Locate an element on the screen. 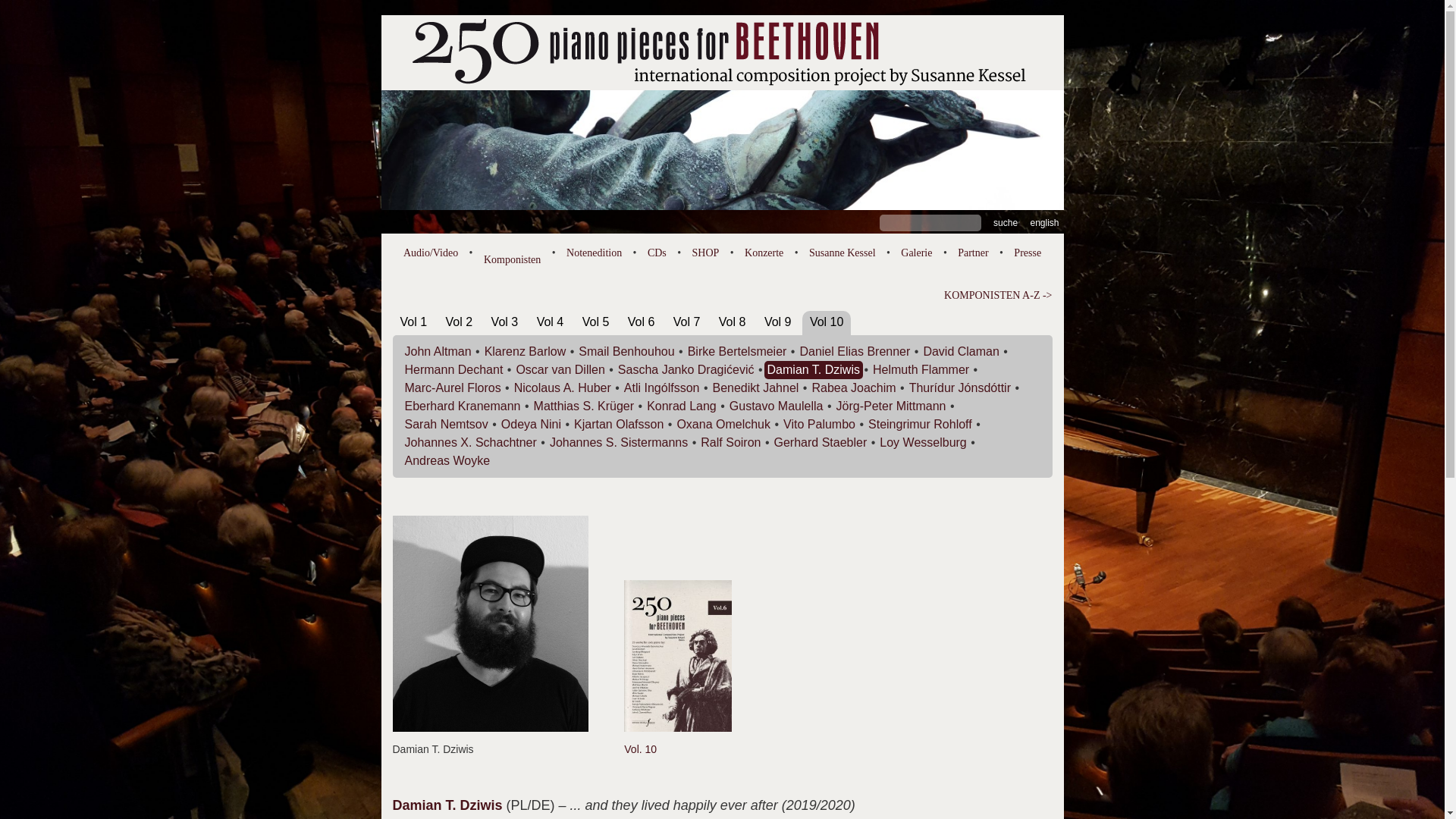  'Galerie' is located at coordinates (901, 252).